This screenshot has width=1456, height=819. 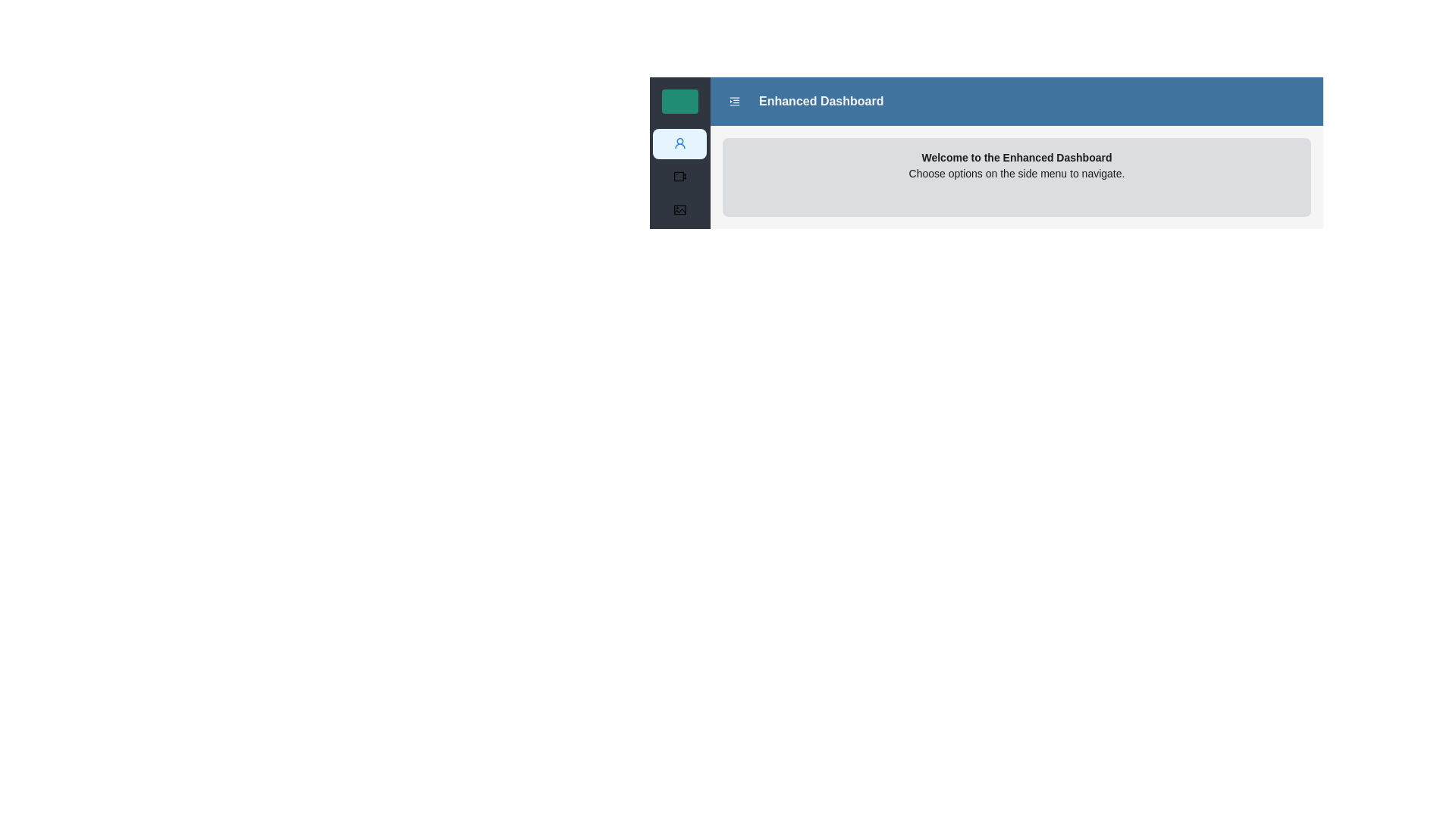 I want to click on the 'Enhanced Dashboard' text label located in the navigation header bar, which serves as a title indicating the current section of the application, so click(x=821, y=102).